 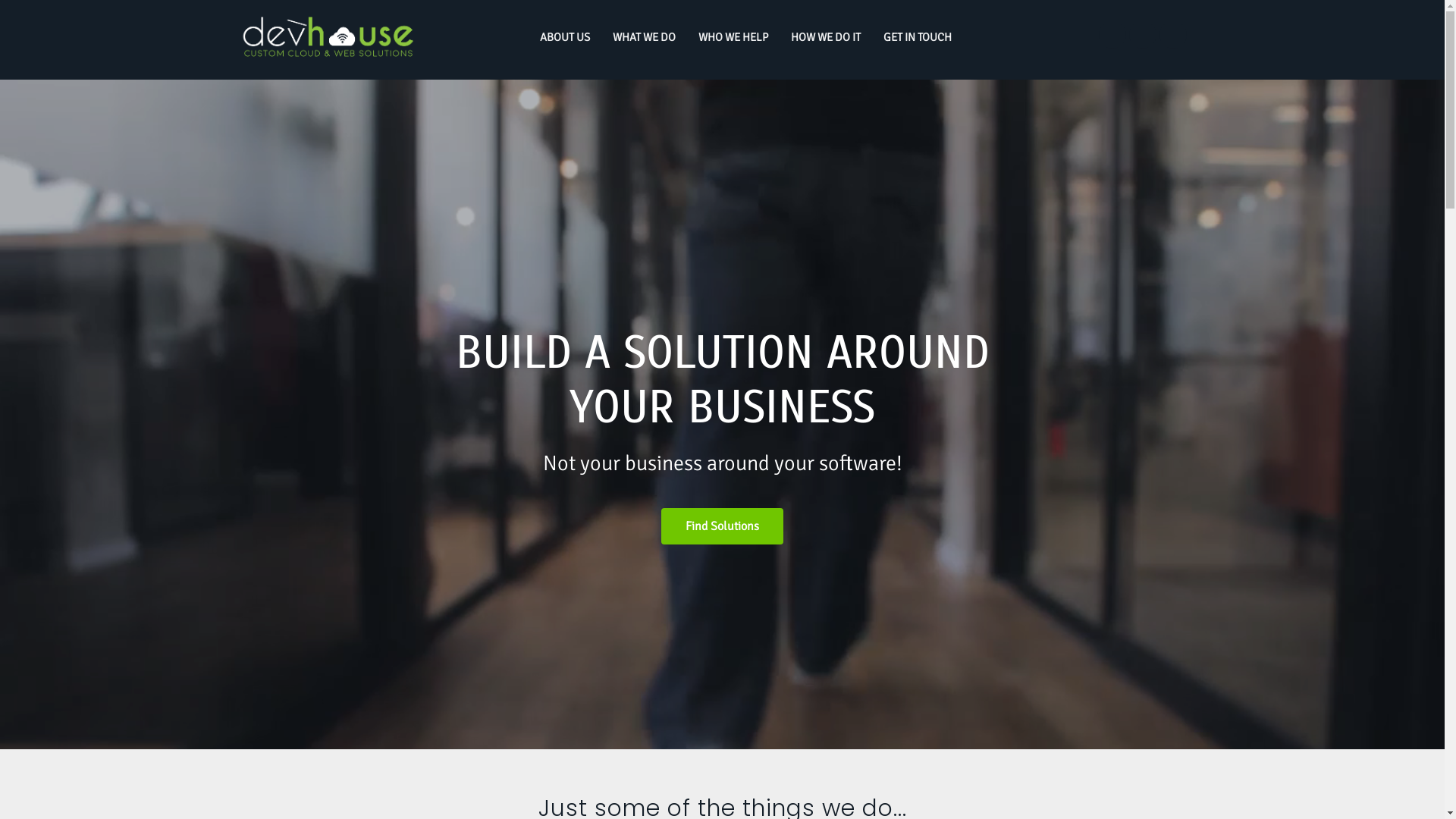 What do you see at coordinates (825, 37) in the screenshot?
I see `'HOW WE DO IT'` at bounding box center [825, 37].